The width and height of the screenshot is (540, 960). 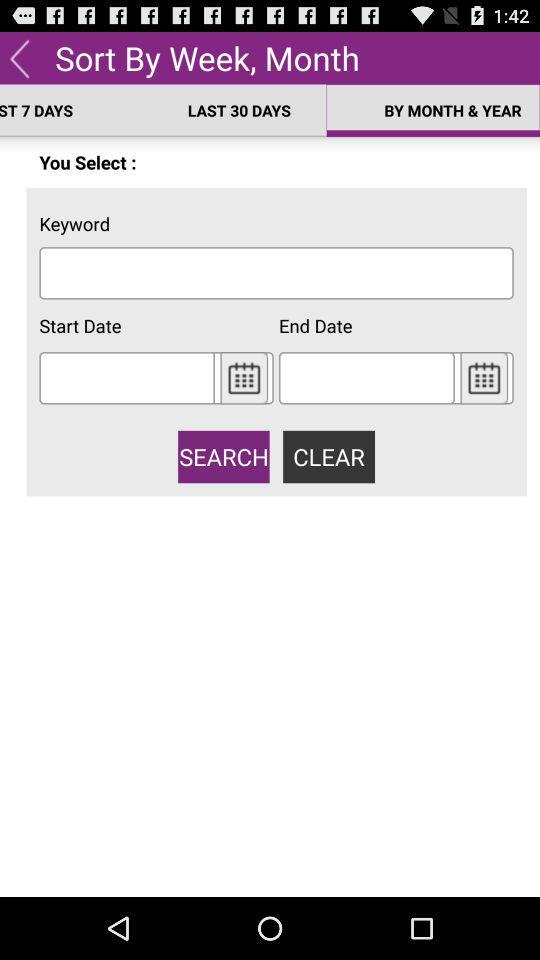 What do you see at coordinates (18, 56) in the screenshot?
I see `previous` at bounding box center [18, 56].